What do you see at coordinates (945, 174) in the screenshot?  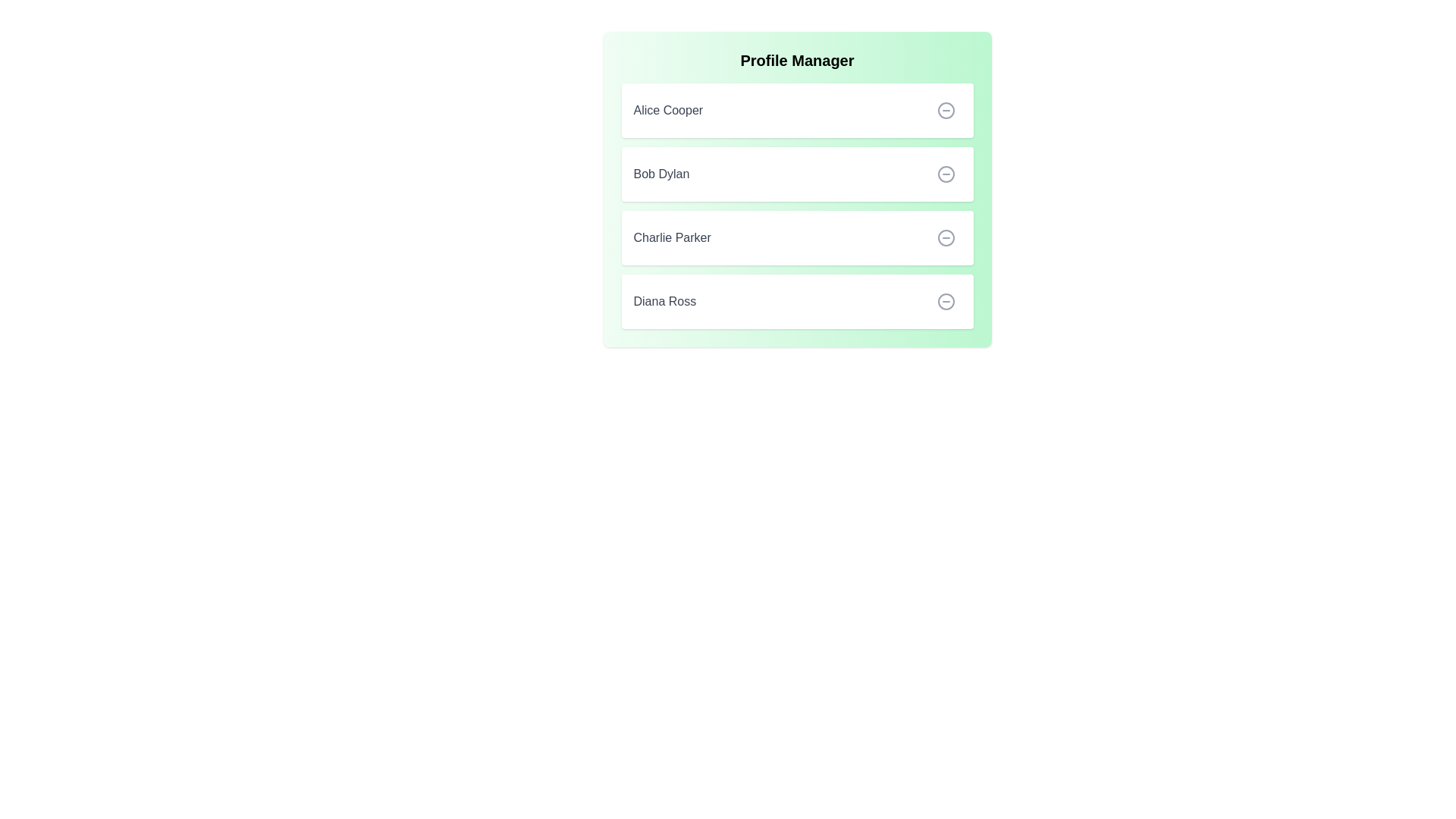 I see `toggle button for Bob Dylan to toggle their active state` at bounding box center [945, 174].